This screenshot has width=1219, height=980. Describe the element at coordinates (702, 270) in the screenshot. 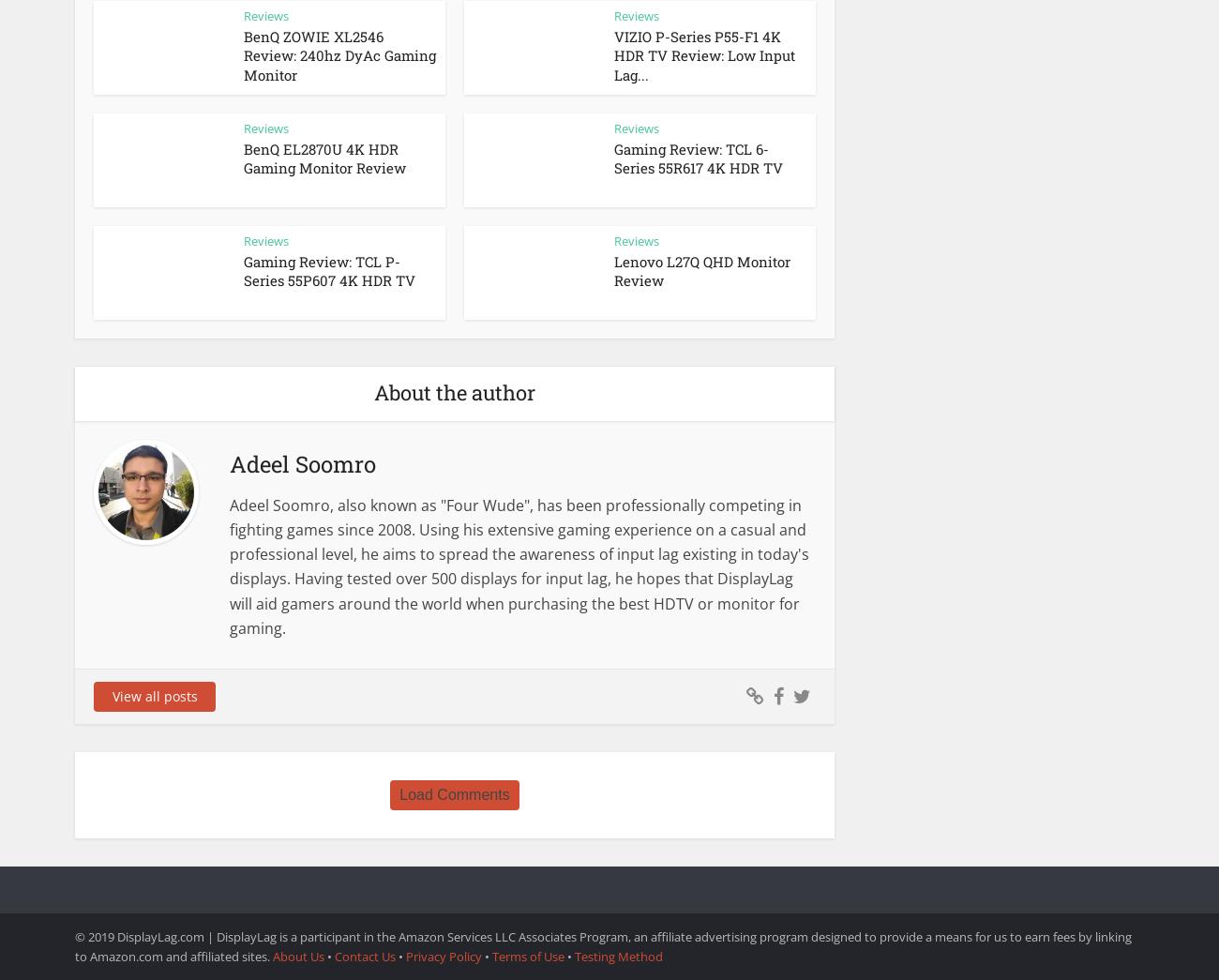

I see `'Lenovo L27Q QHD Monitor Review'` at that location.